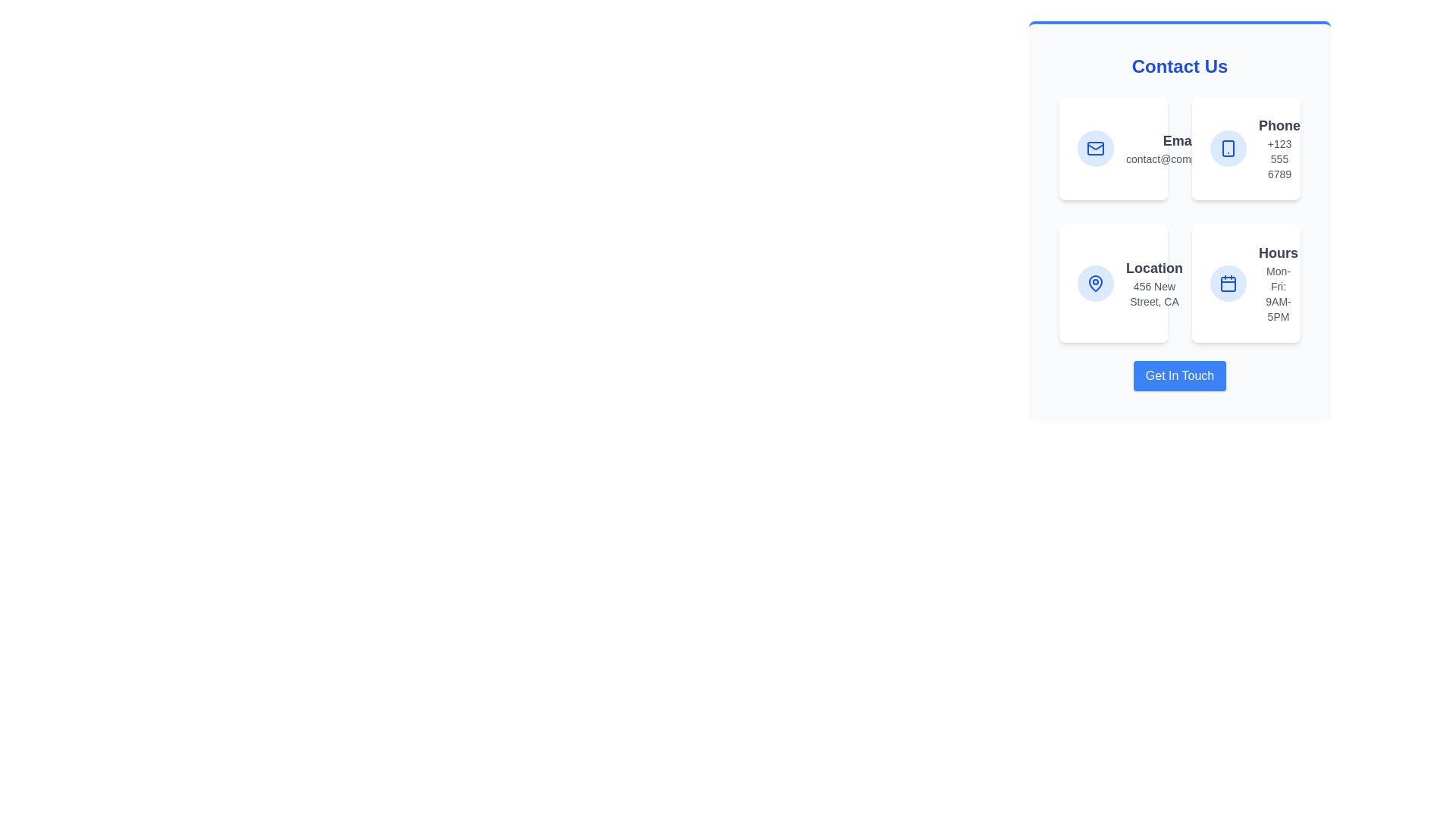 The image size is (1456, 819). Describe the element at coordinates (1180, 158) in the screenshot. I see `the email address 'contact@company.com' displayed in the top-left section of the contact information card to copy it` at that location.